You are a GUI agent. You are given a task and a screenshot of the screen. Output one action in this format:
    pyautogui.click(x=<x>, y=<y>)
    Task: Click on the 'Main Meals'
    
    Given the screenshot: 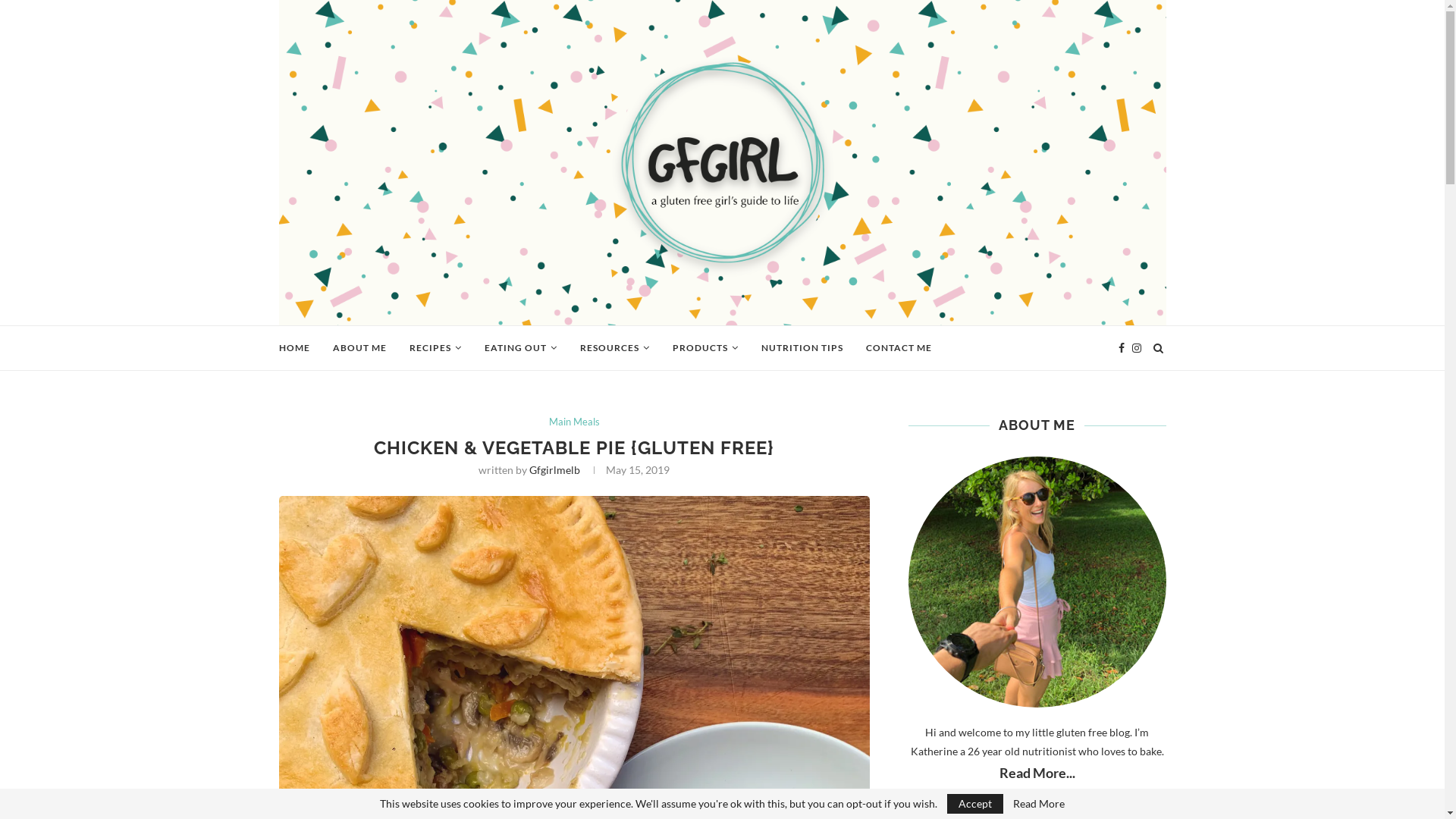 What is the action you would take?
    pyautogui.click(x=573, y=422)
    